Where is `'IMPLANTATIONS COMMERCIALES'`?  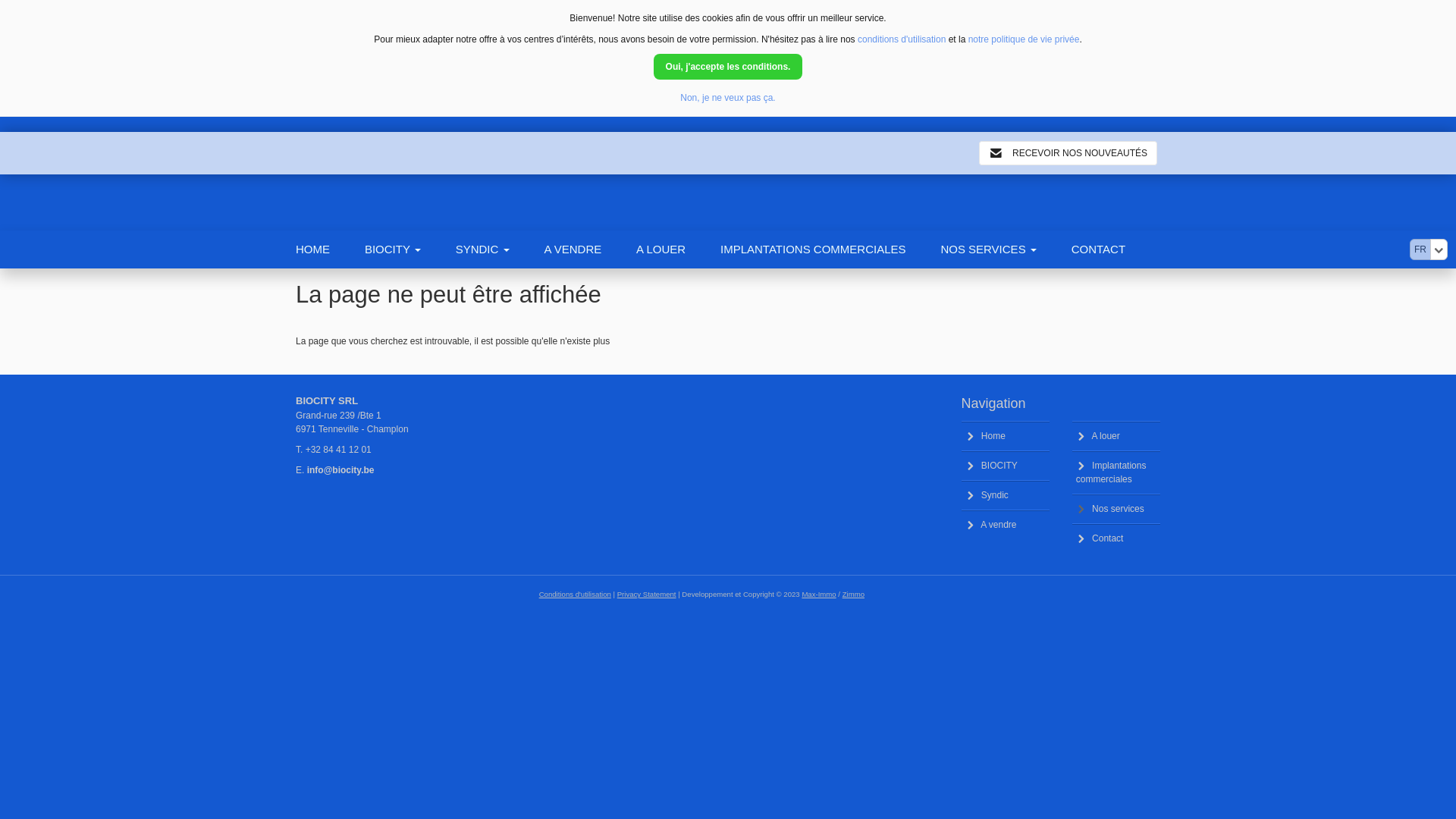 'IMPLANTATIONS COMMERCIALES' is located at coordinates (829, 248).